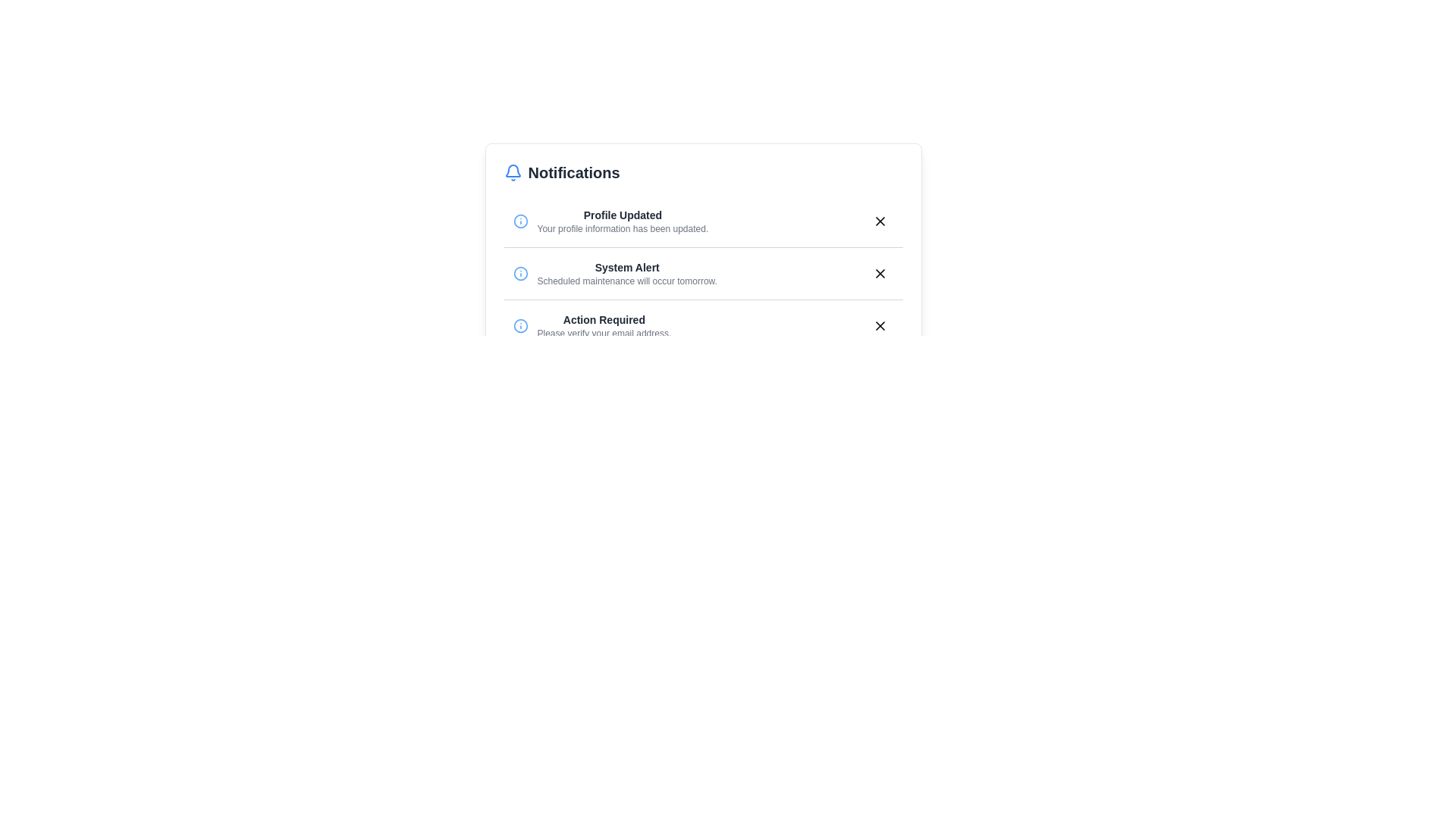  What do you see at coordinates (880, 221) in the screenshot?
I see `the close button located at the top-right corner of the 'Profile Updated' notification` at bounding box center [880, 221].